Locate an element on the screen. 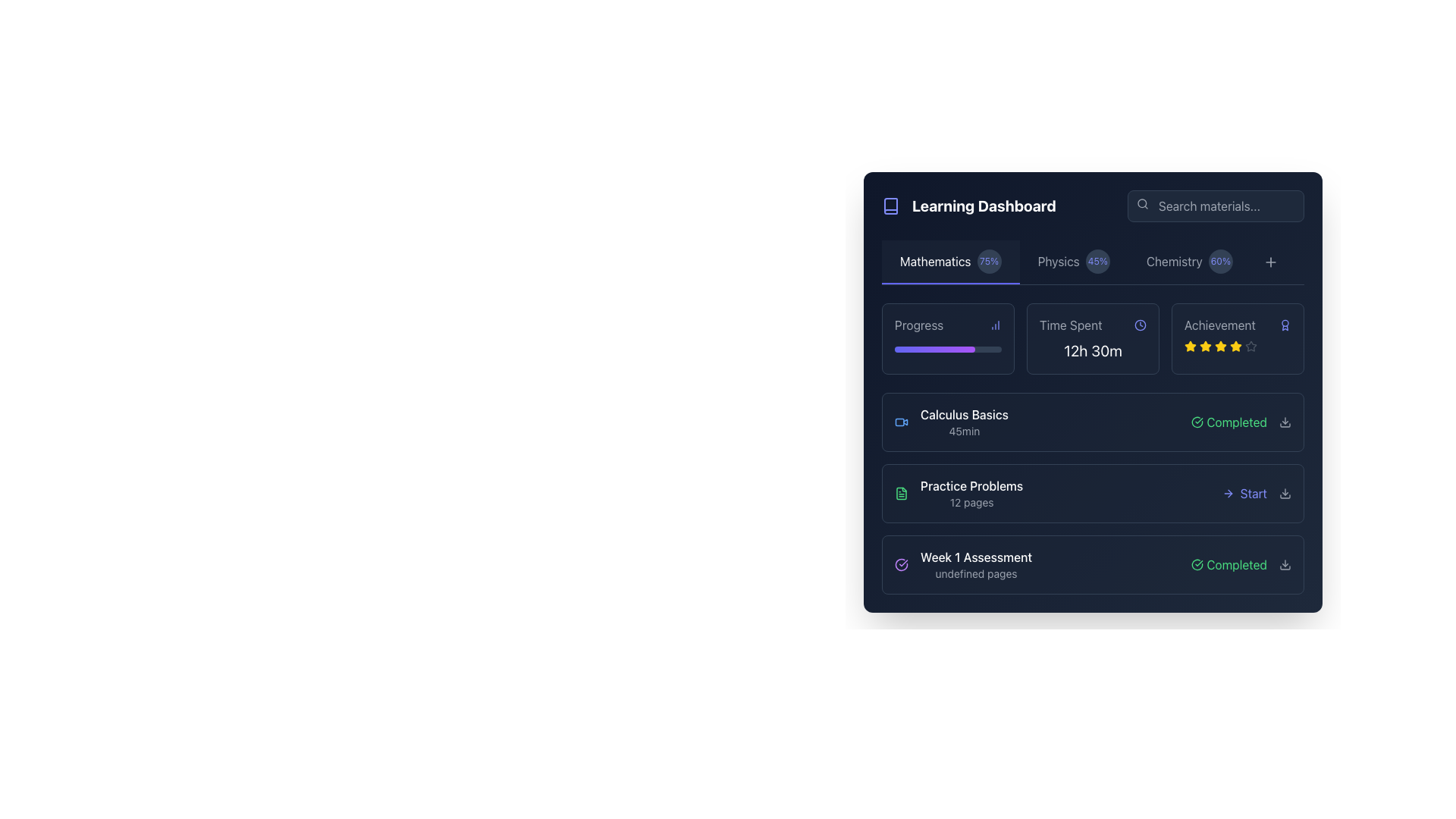 This screenshot has height=819, width=1456. the fifth star in the six-star rating system located in the 'Achievement' section of the top panel under the 'Time Spent' field is located at coordinates (1236, 346).